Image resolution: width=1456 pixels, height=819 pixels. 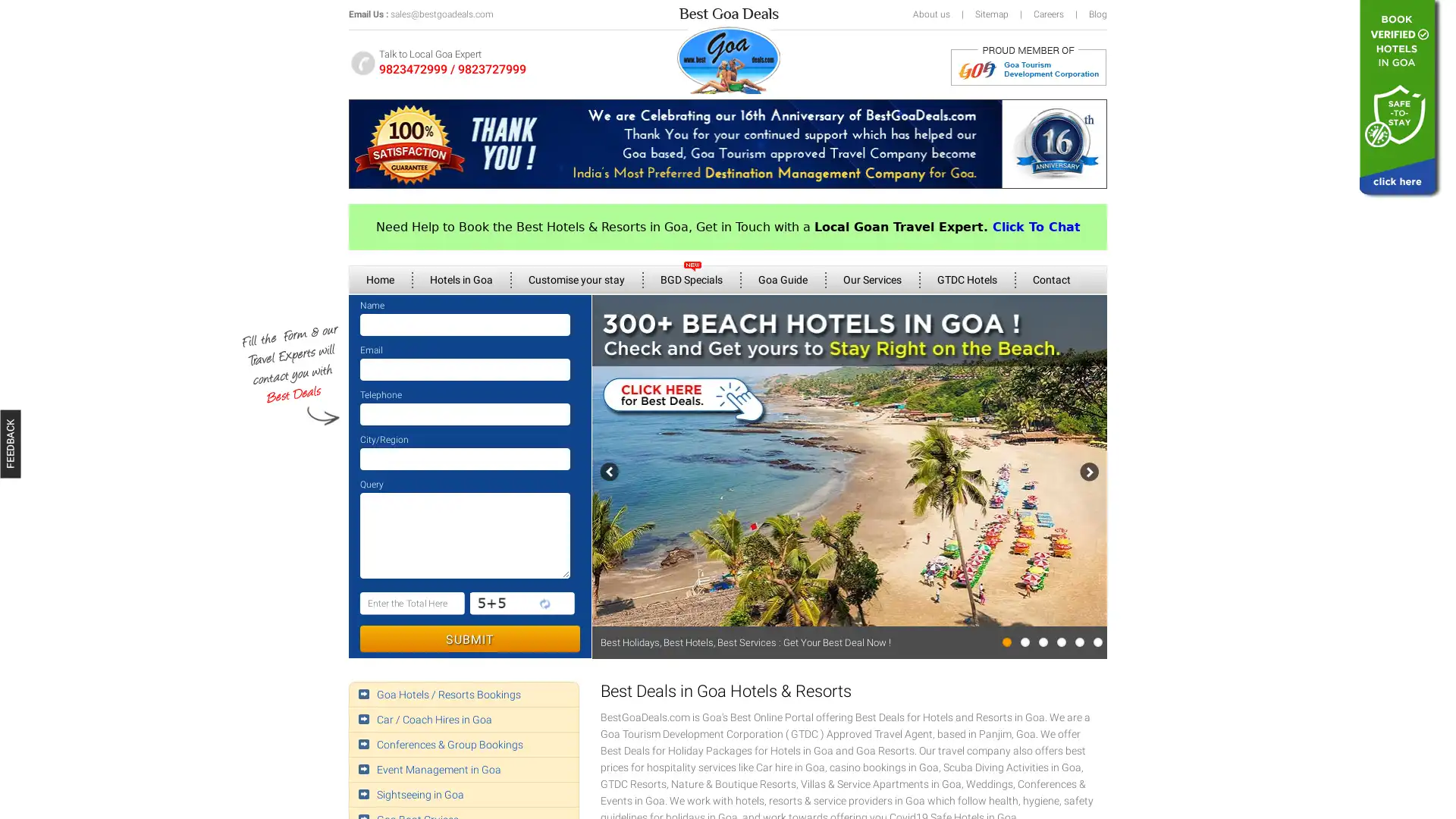 I want to click on SUBMIT, so click(x=469, y=639).